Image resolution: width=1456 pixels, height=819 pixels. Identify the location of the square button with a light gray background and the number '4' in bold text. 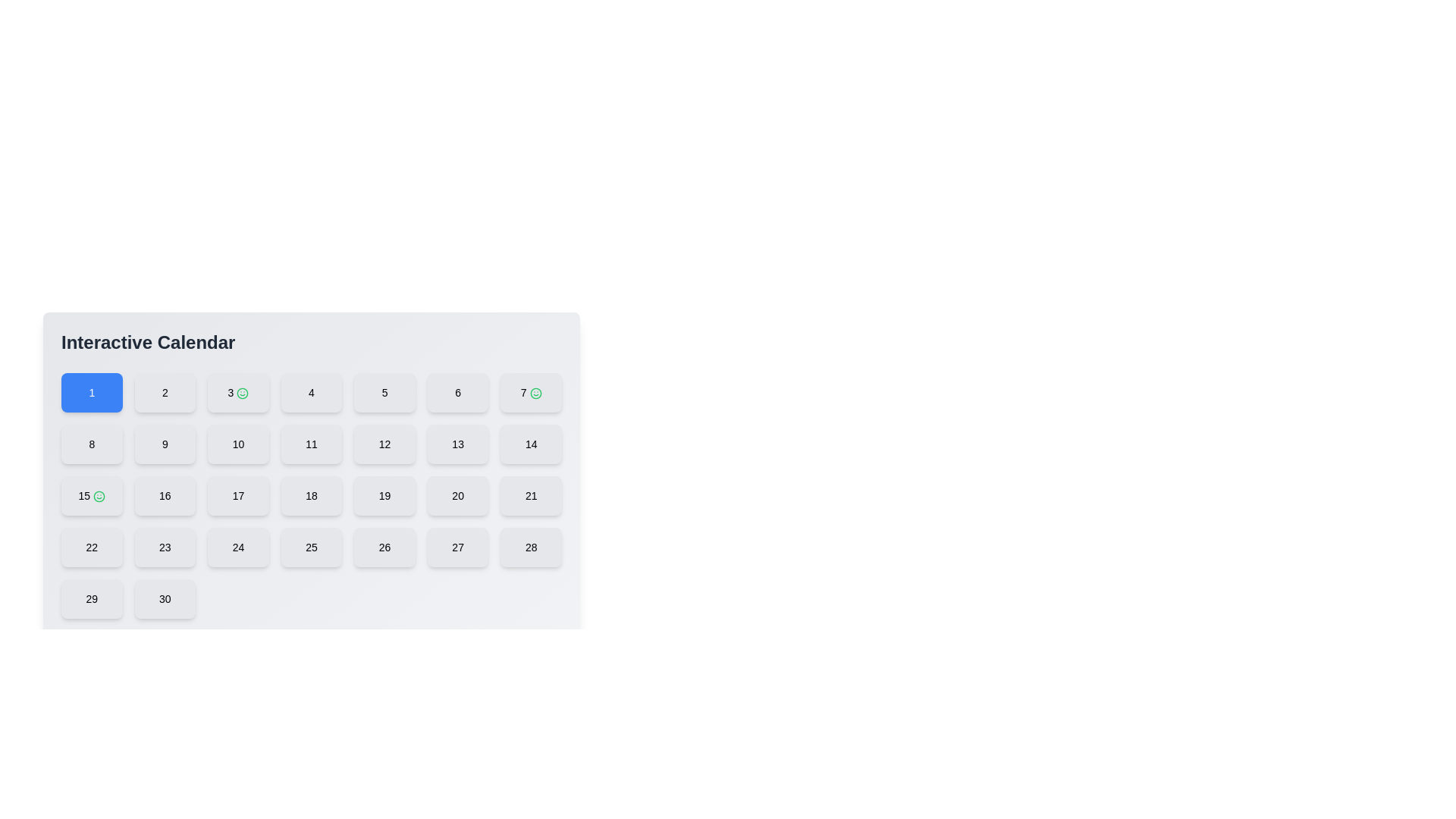
(311, 391).